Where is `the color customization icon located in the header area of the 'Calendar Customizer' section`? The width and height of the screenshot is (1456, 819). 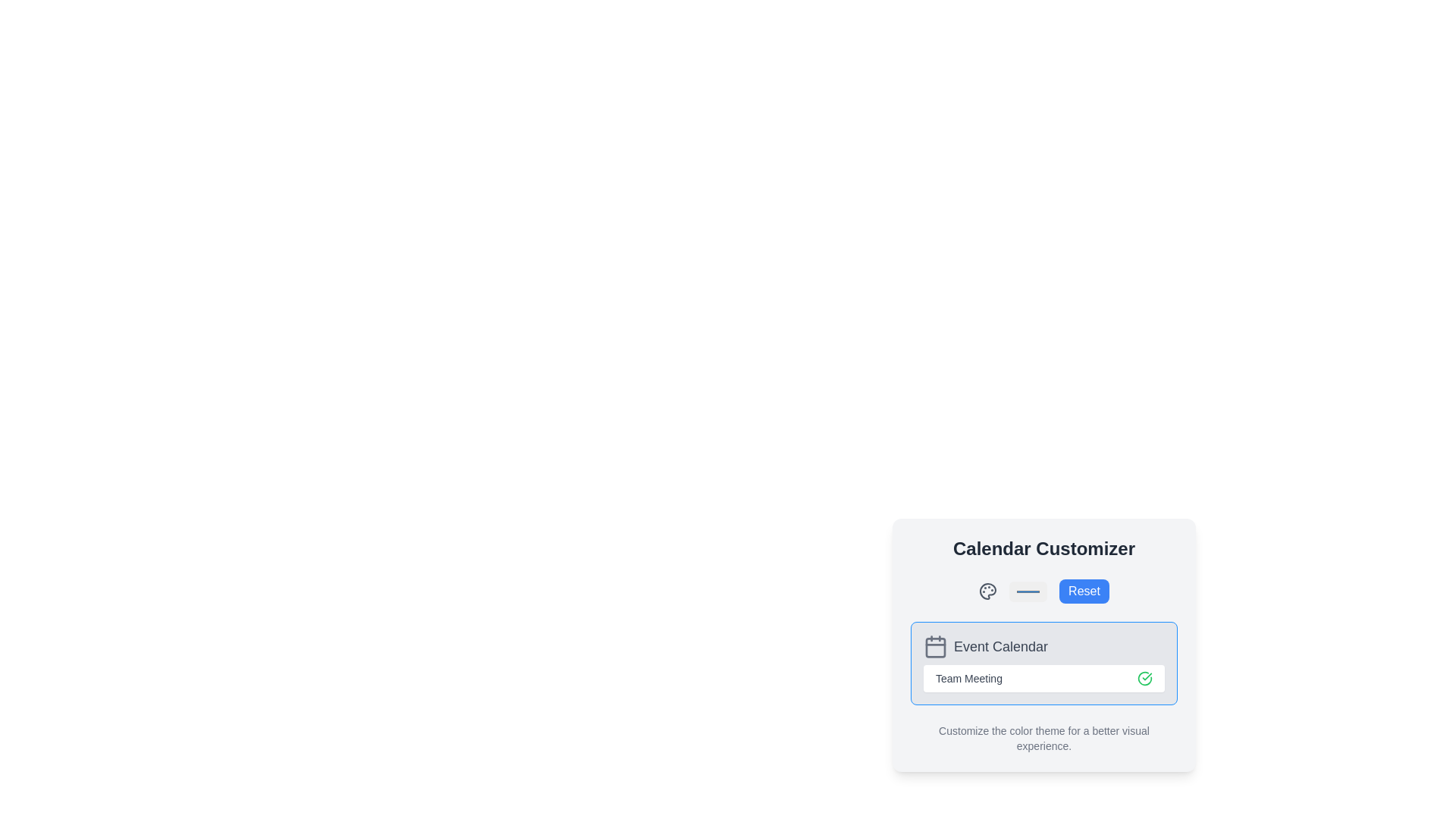 the color customization icon located in the header area of the 'Calendar Customizer' section is located at coordinates (988, 590).